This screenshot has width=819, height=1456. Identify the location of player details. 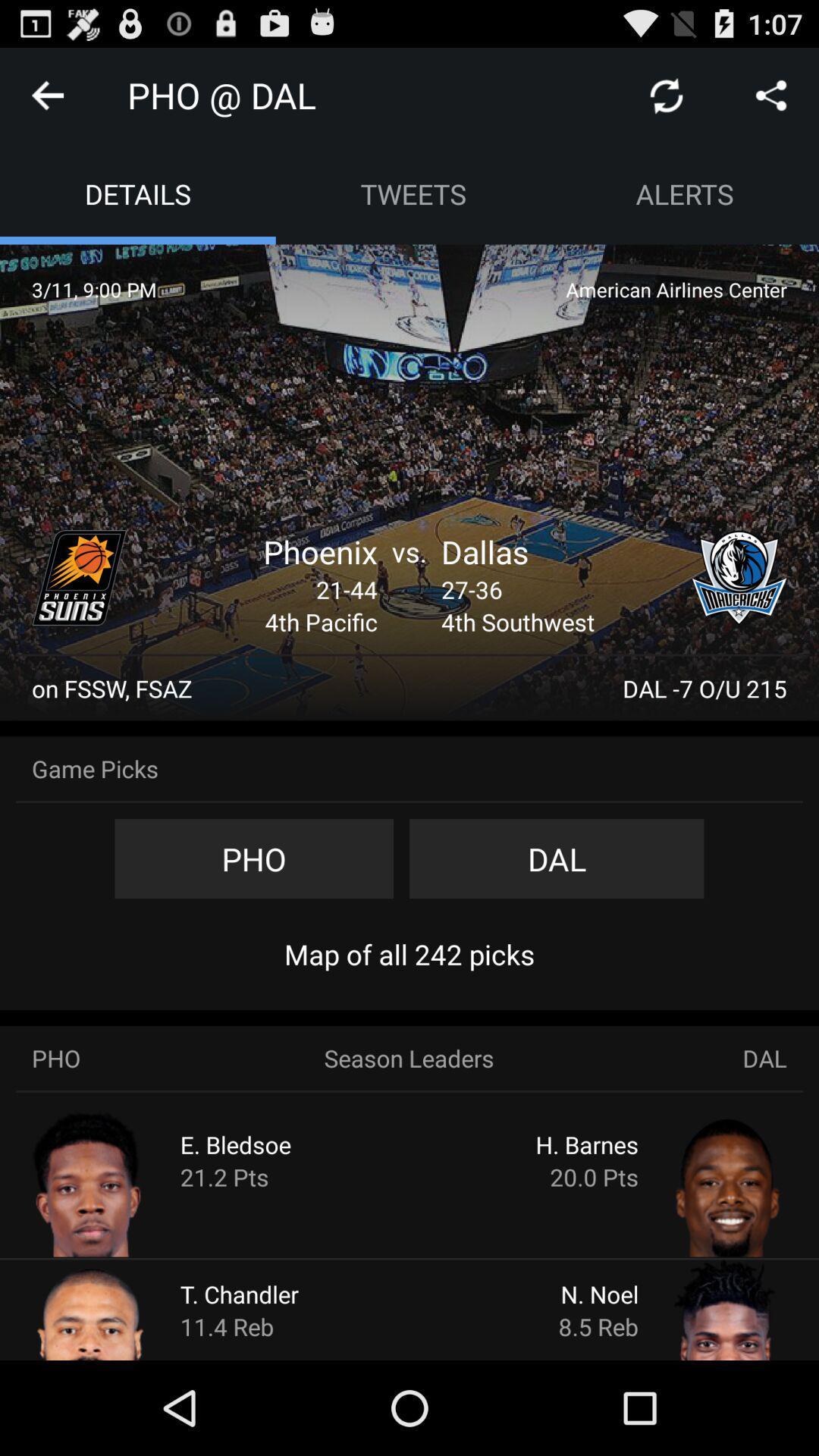
(699, 1308).